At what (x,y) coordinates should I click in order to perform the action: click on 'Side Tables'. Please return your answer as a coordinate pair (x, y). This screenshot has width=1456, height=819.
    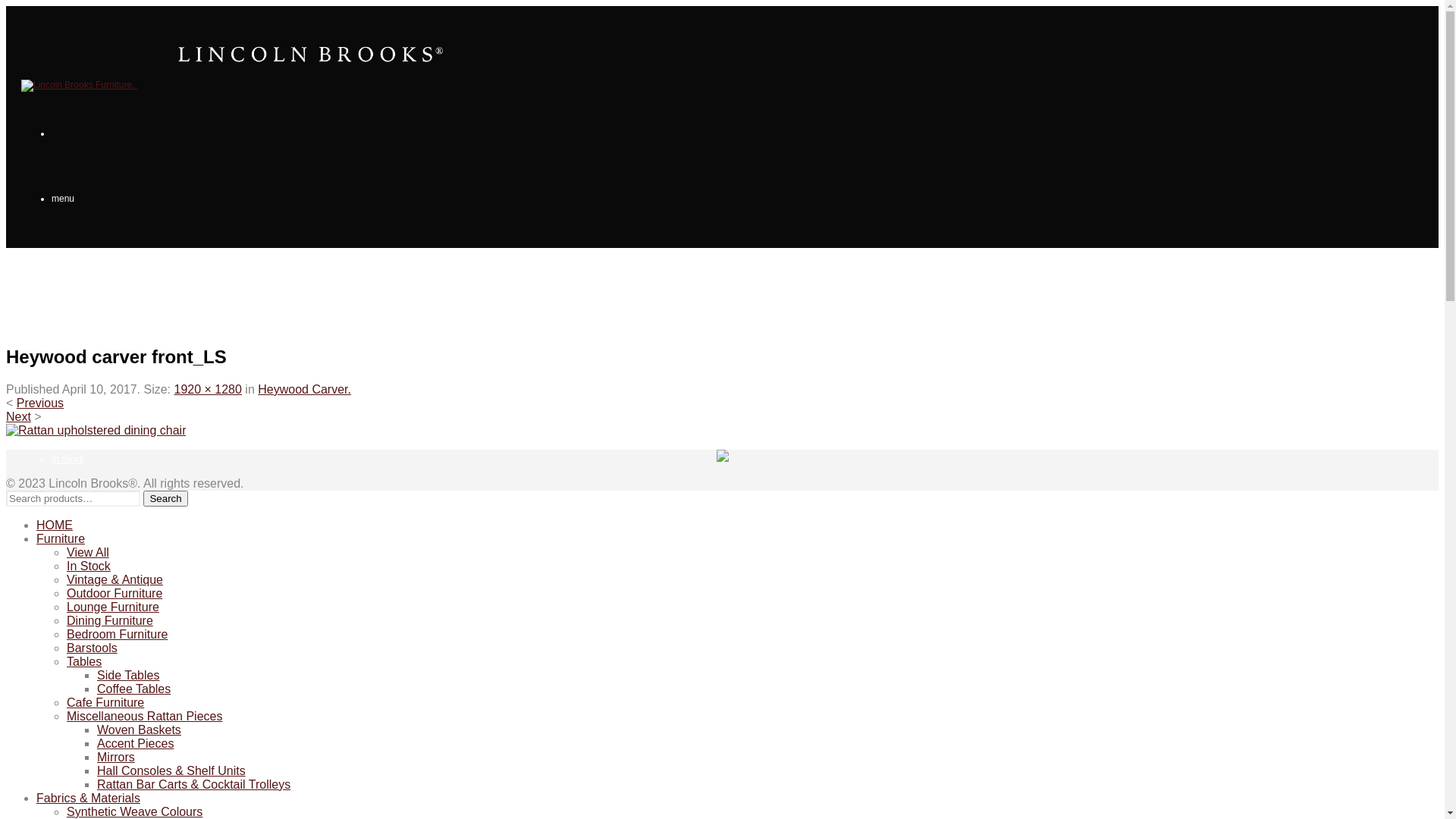
    Looking at the image, I should click on (127, 674).